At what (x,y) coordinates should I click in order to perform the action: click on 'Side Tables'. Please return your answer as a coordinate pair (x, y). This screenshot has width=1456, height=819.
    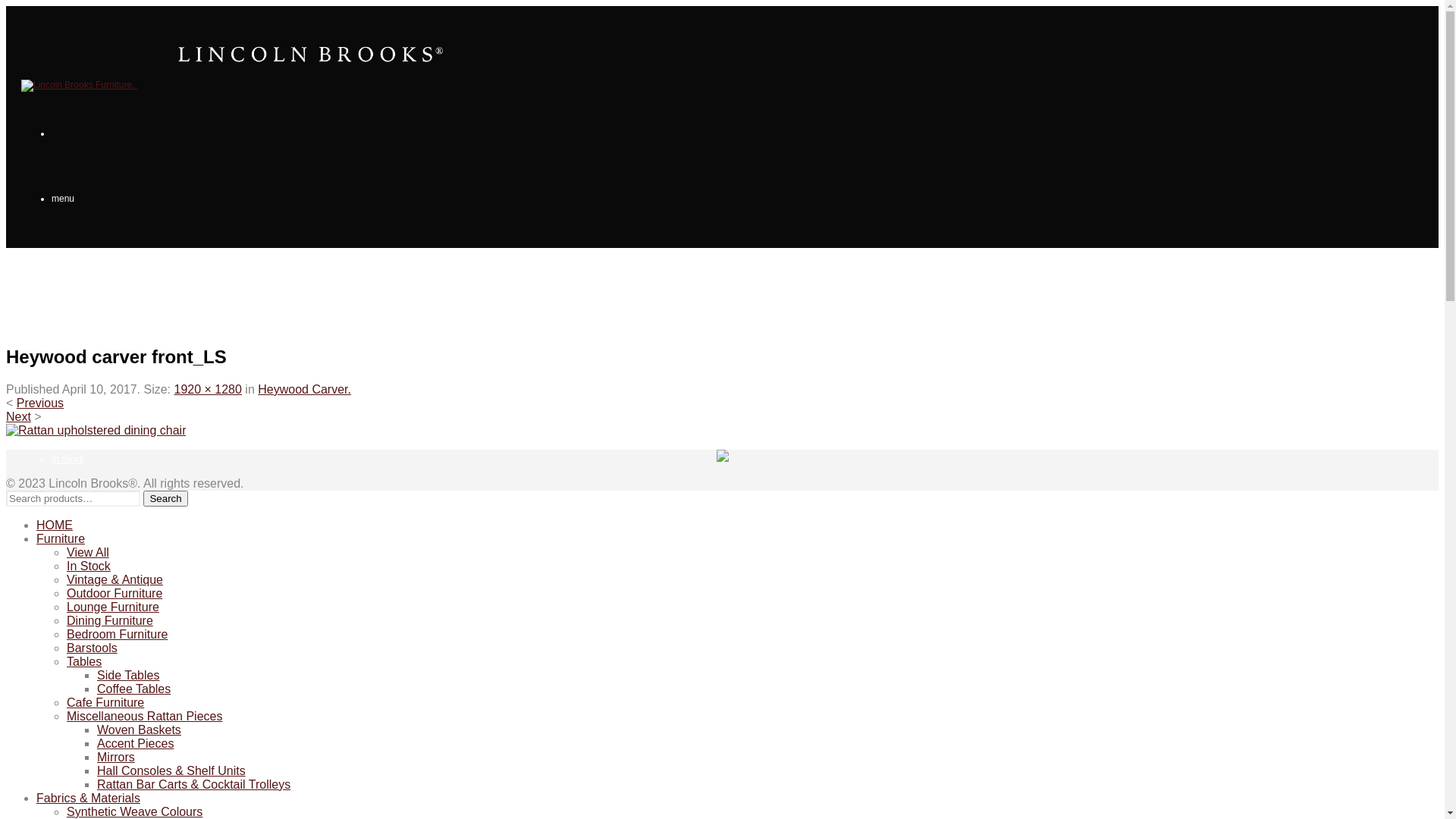
    Looking at the image, I should click on (127, 674).